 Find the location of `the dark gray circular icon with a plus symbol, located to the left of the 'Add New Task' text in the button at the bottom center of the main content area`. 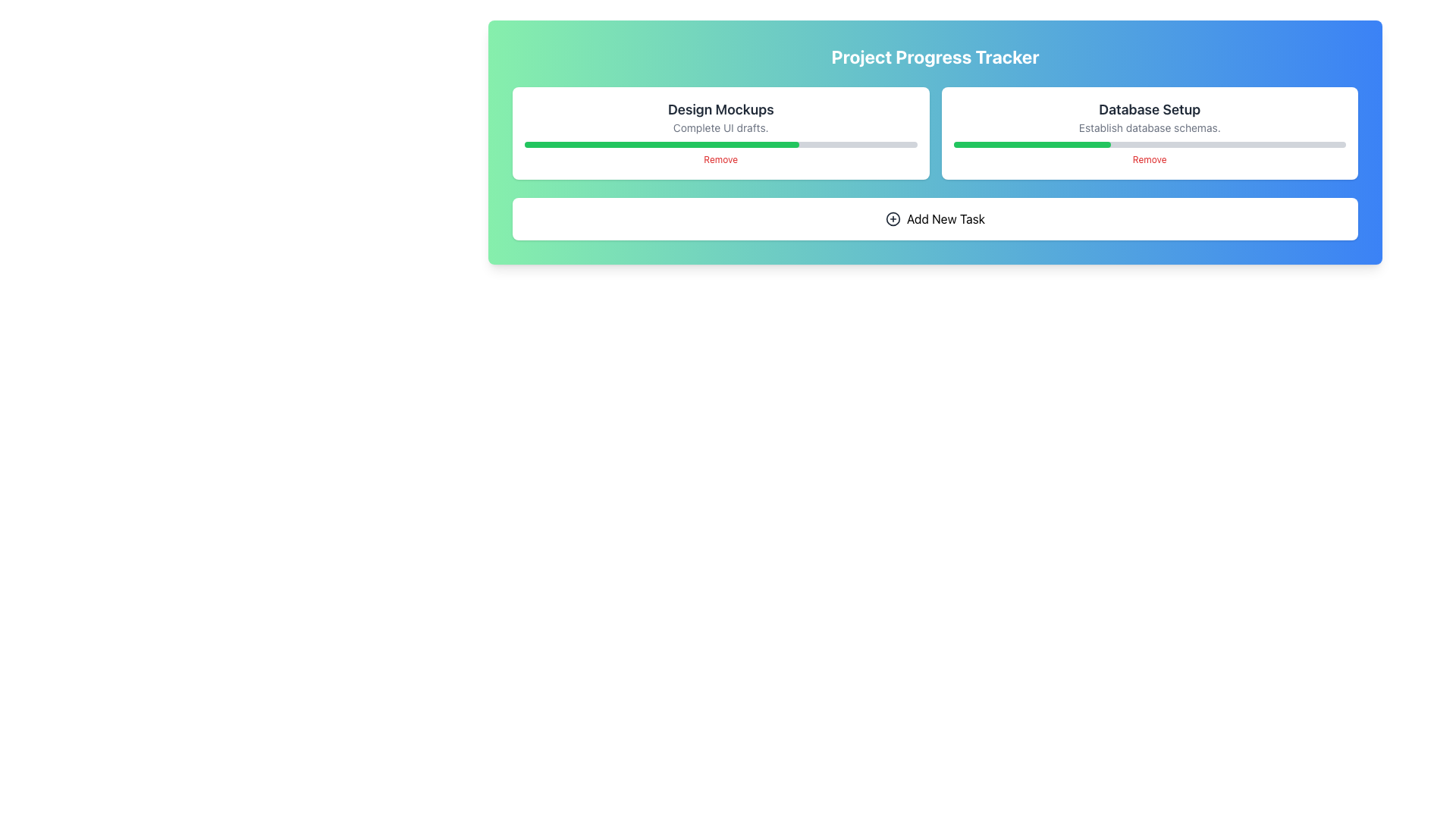

the dark gray circular icon with a plus symbol, located to the left of the 'Add New Task' text in the button at the bottom center of the main content area is located at coordinates (893, 219).